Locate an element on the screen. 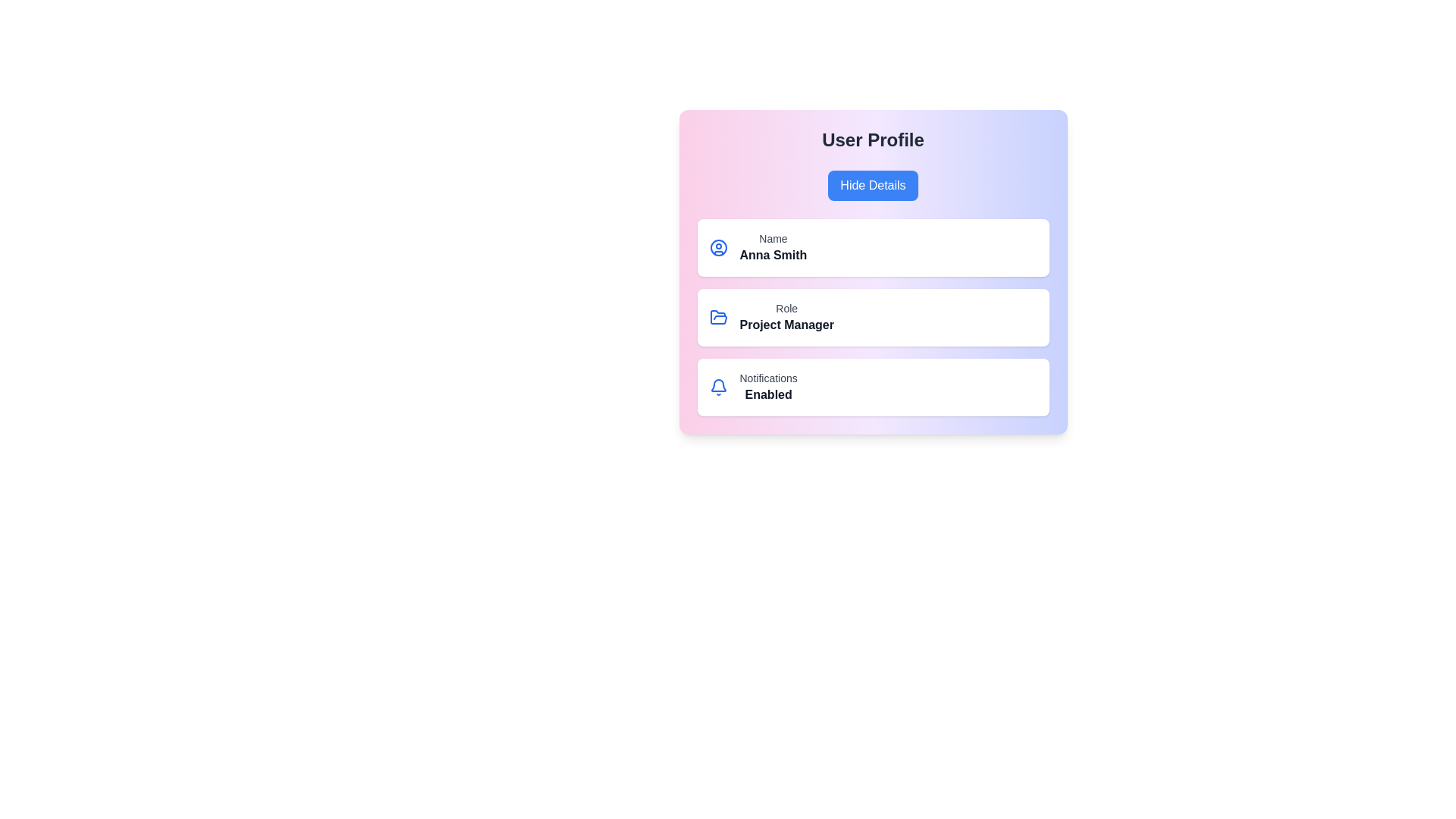 This screenshot has height=819, width=1456. status text label indicating notifications are enabled, located beneath the 'Role: Project Manager' section in the user profile card is located at coordinates (768, 386).